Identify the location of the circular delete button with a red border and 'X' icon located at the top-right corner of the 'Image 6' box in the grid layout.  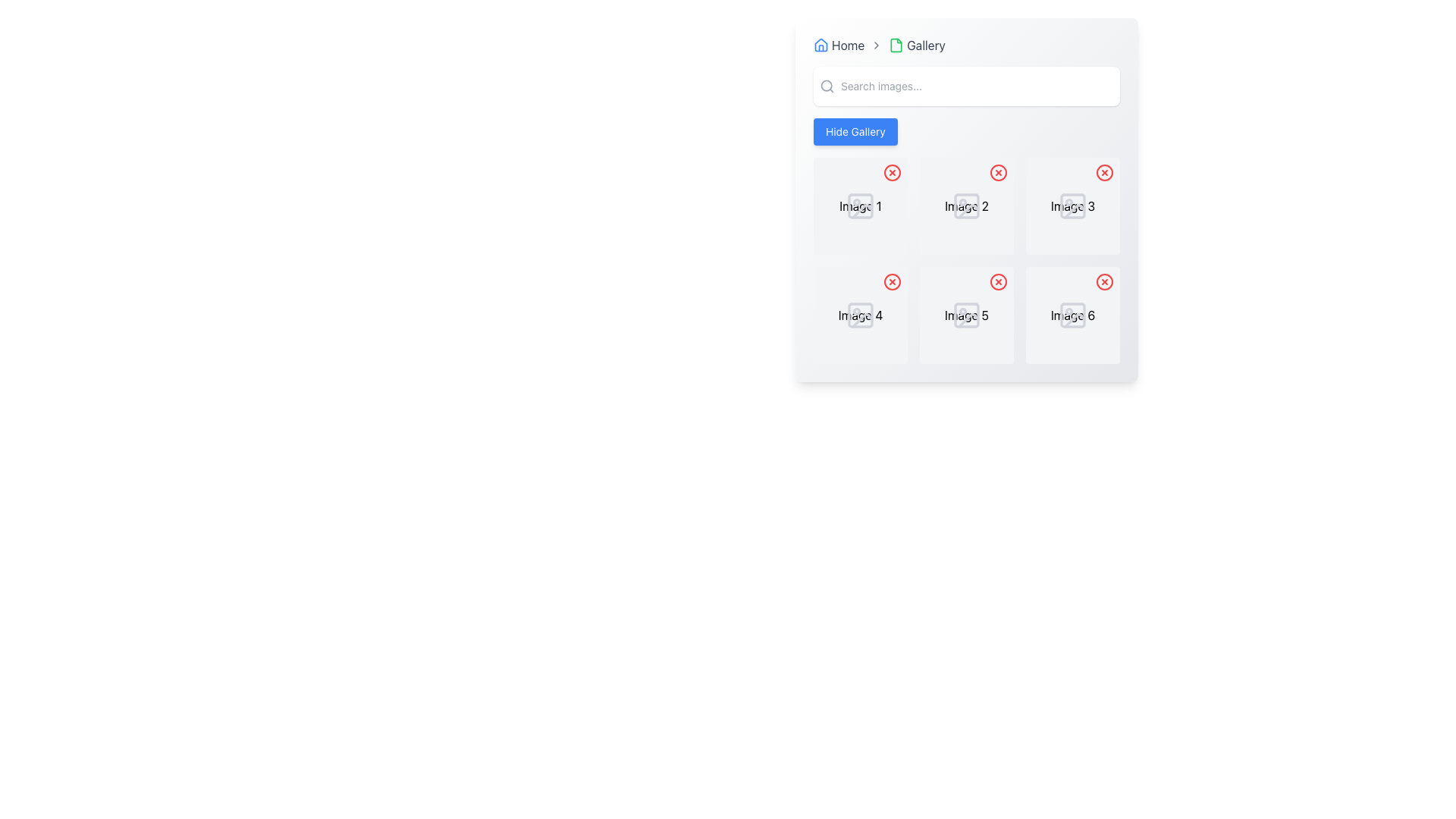
(1105, 281).